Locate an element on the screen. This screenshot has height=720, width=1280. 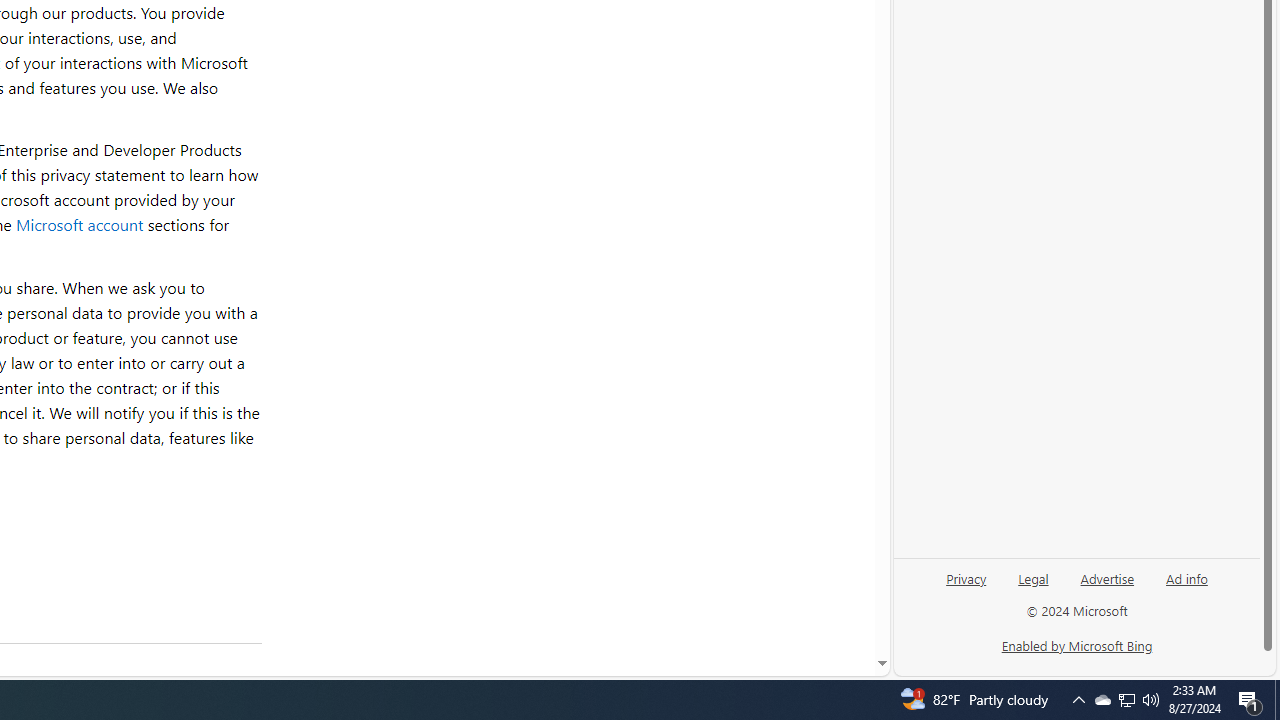
'Microsoft account' is located at coordinates (79, 225).